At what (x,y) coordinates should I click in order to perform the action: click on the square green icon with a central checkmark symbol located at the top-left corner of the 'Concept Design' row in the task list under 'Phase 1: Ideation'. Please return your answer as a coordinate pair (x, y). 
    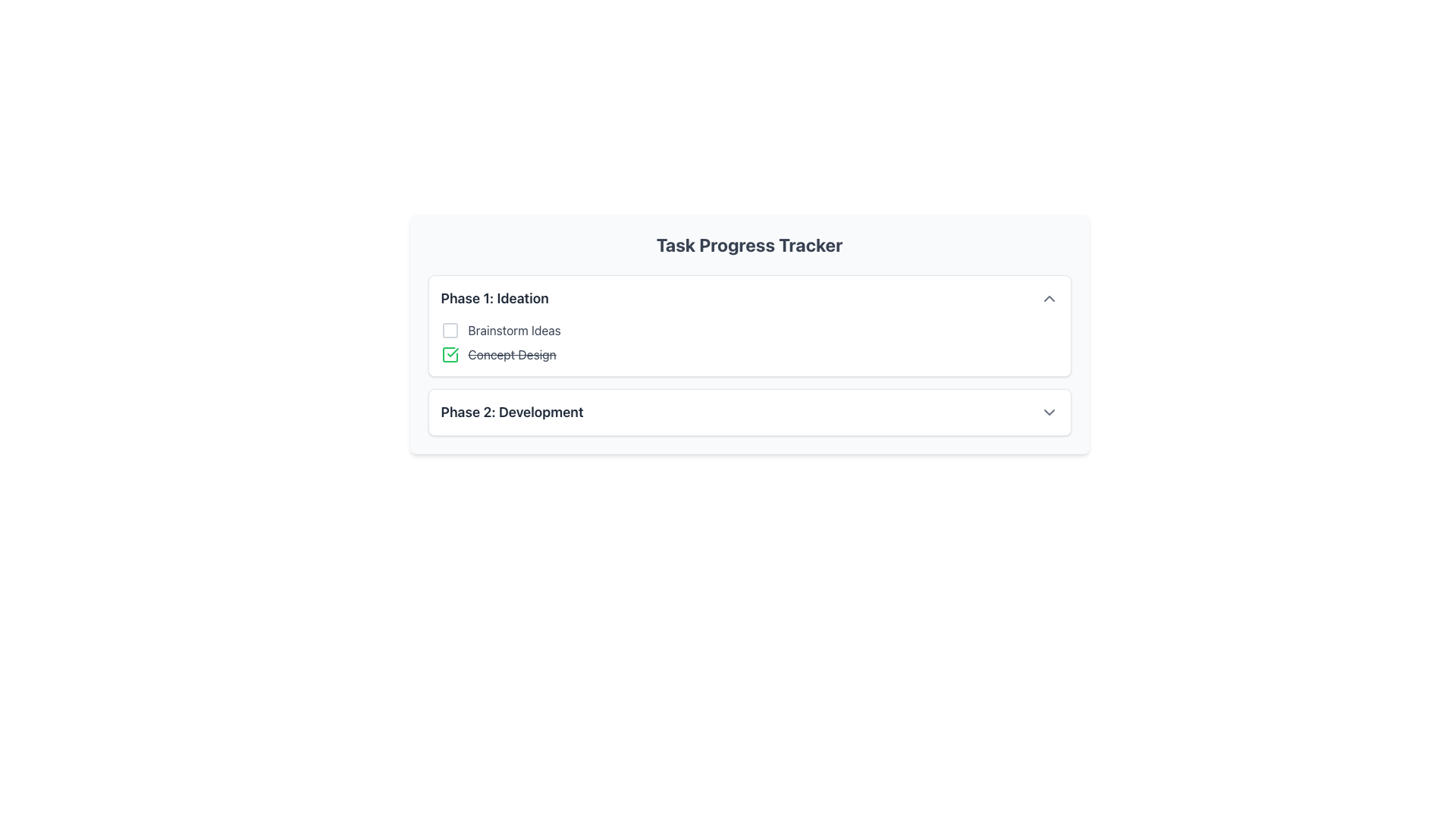
    Looking at the image, I should click on (449, 354).